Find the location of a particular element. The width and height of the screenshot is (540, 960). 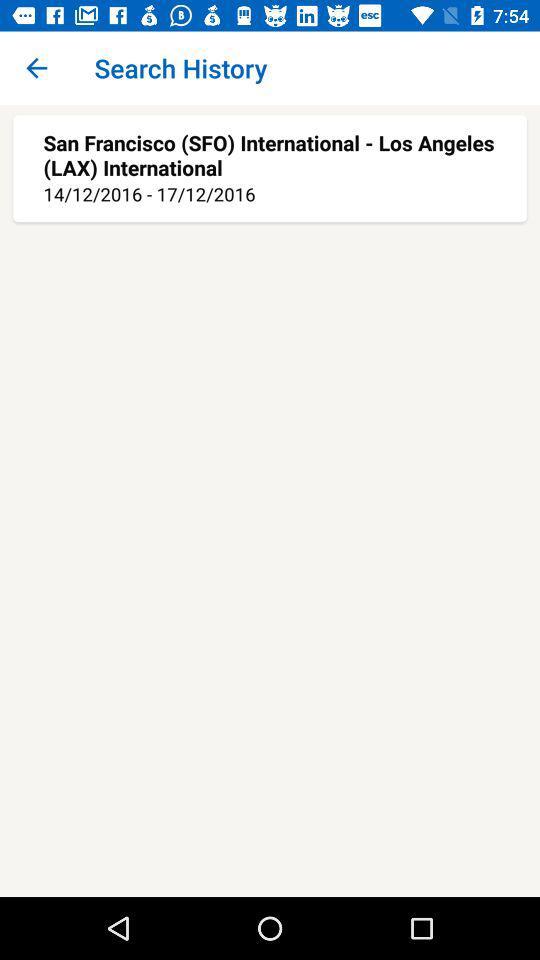

item above 14 12 2016 item is located at coordinates (270, 154).